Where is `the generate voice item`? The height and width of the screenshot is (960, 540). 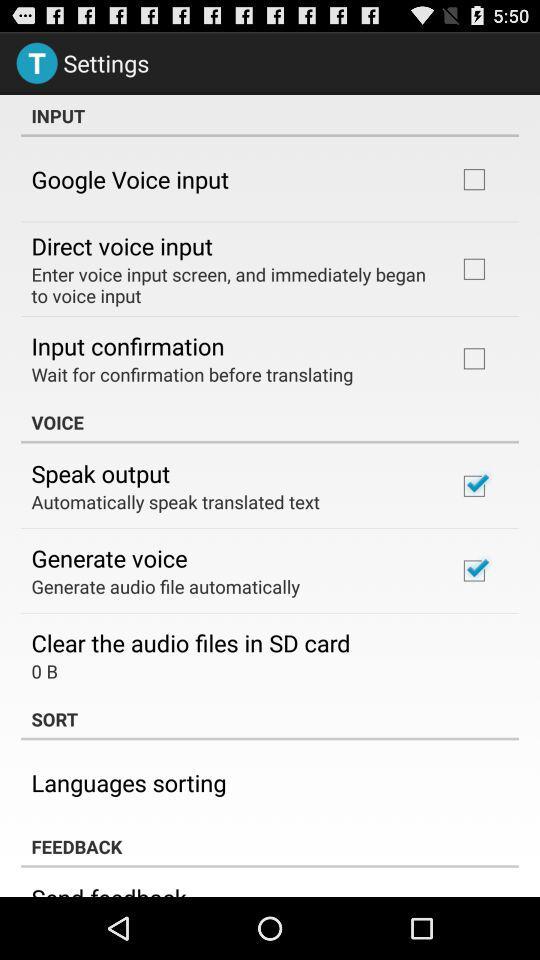
the generate voice item is located at coordinates (109, 558).